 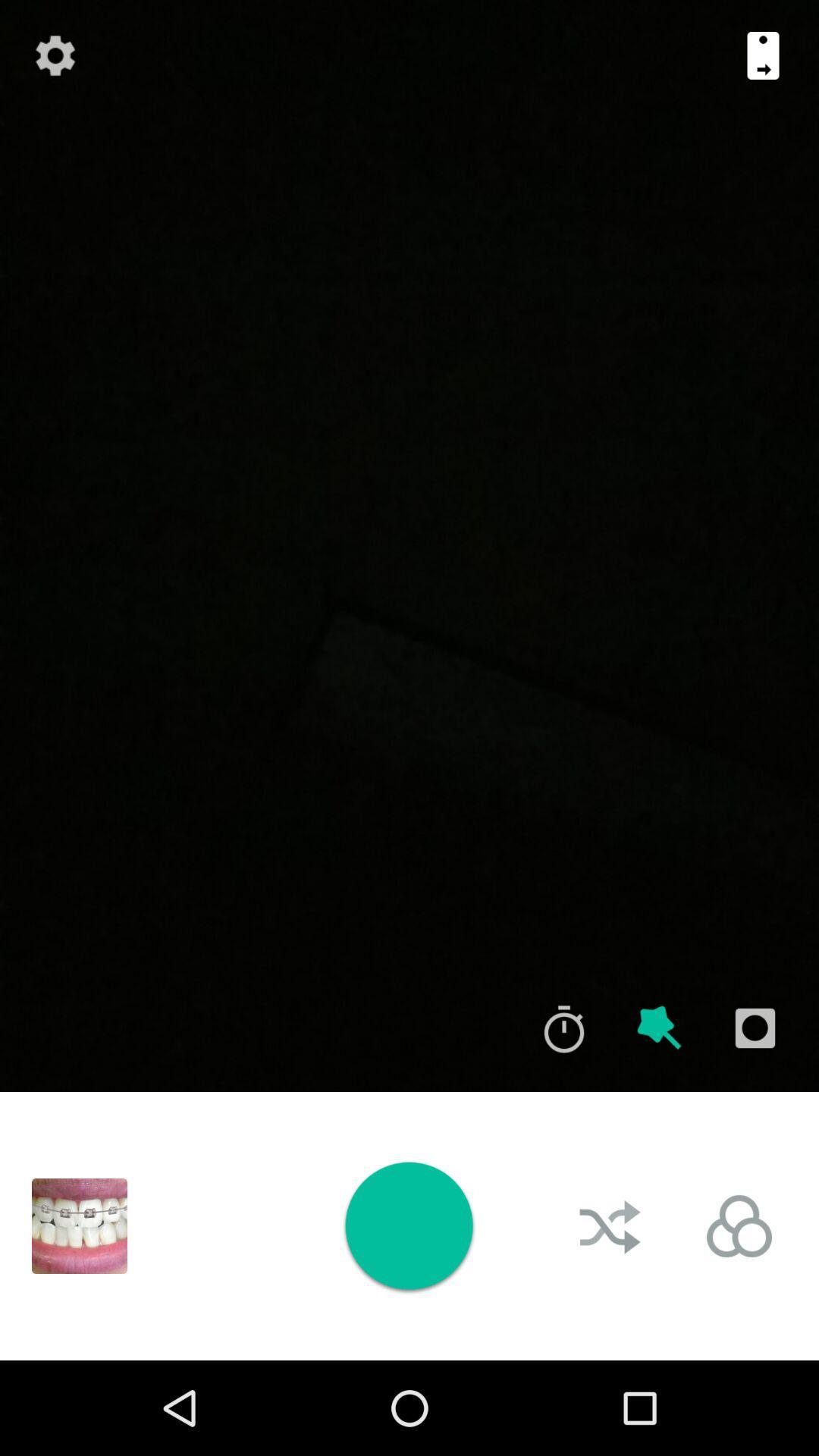 I want to click on open image, so click(x=79, y=1226).